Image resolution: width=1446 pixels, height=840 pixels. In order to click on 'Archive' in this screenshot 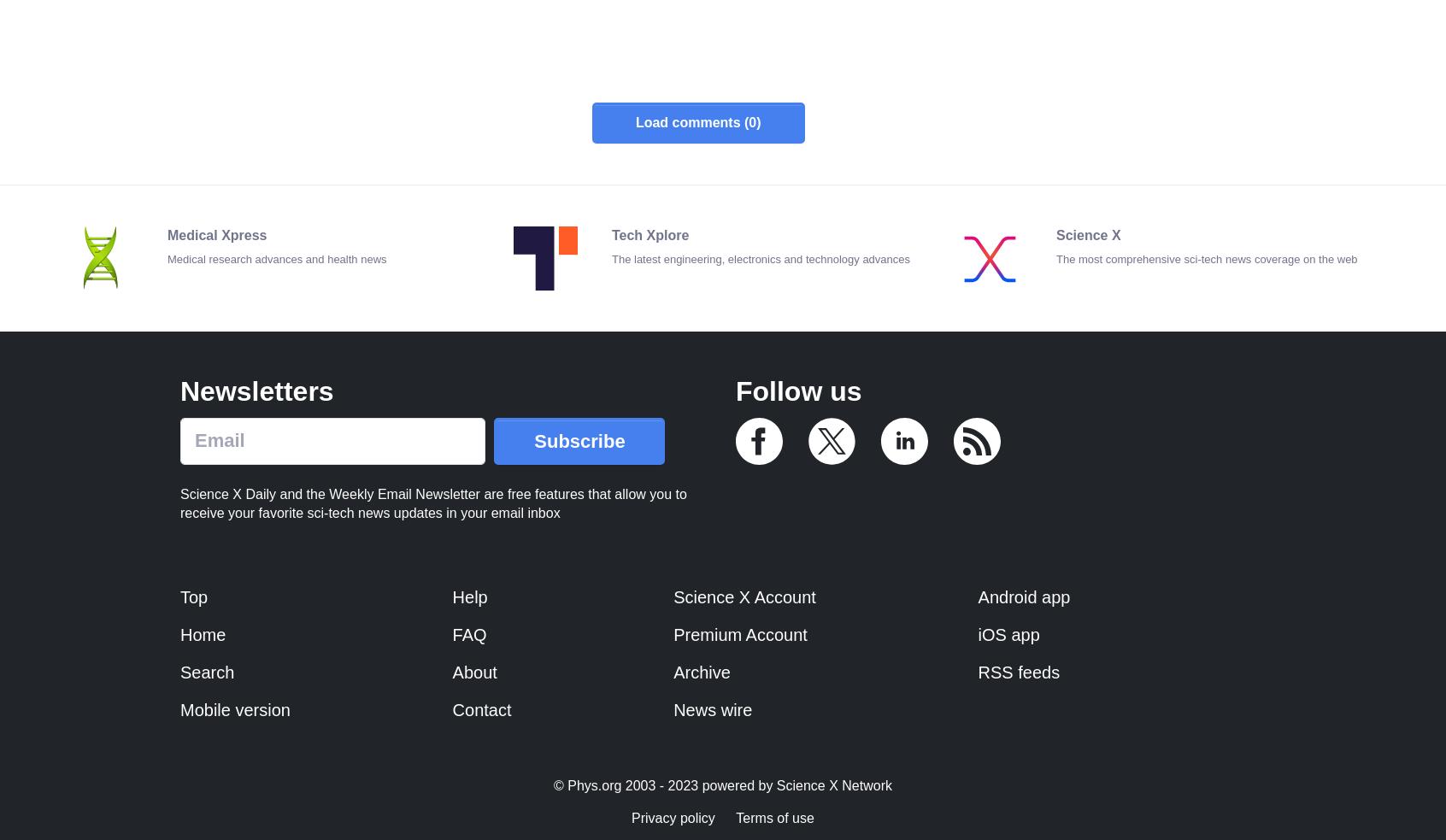, I will do `click(701, 671)`.